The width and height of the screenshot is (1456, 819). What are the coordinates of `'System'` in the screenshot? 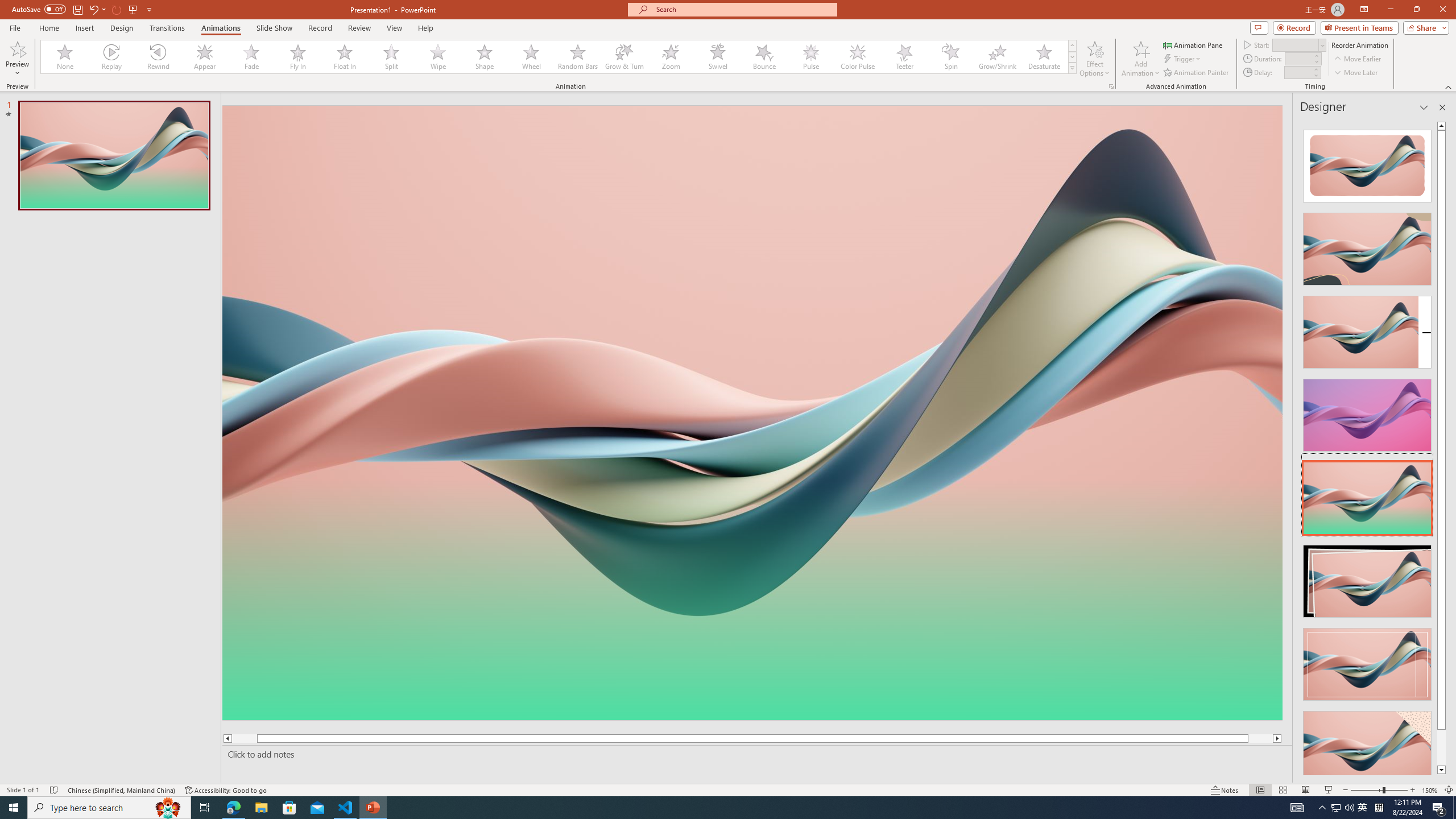 It's located at (6, 5).